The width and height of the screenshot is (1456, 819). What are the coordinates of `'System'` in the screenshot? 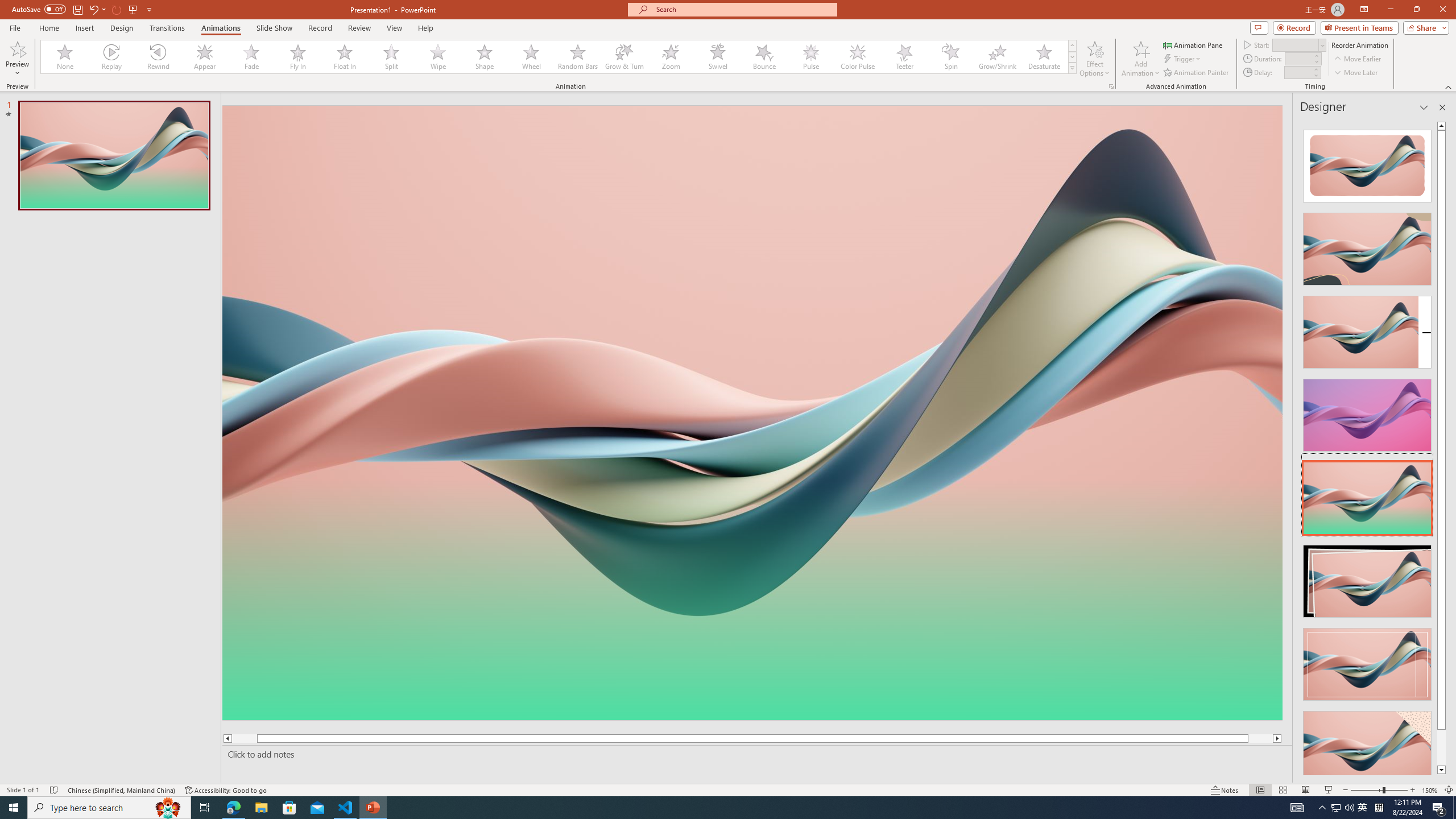 It's located at (6, 5).